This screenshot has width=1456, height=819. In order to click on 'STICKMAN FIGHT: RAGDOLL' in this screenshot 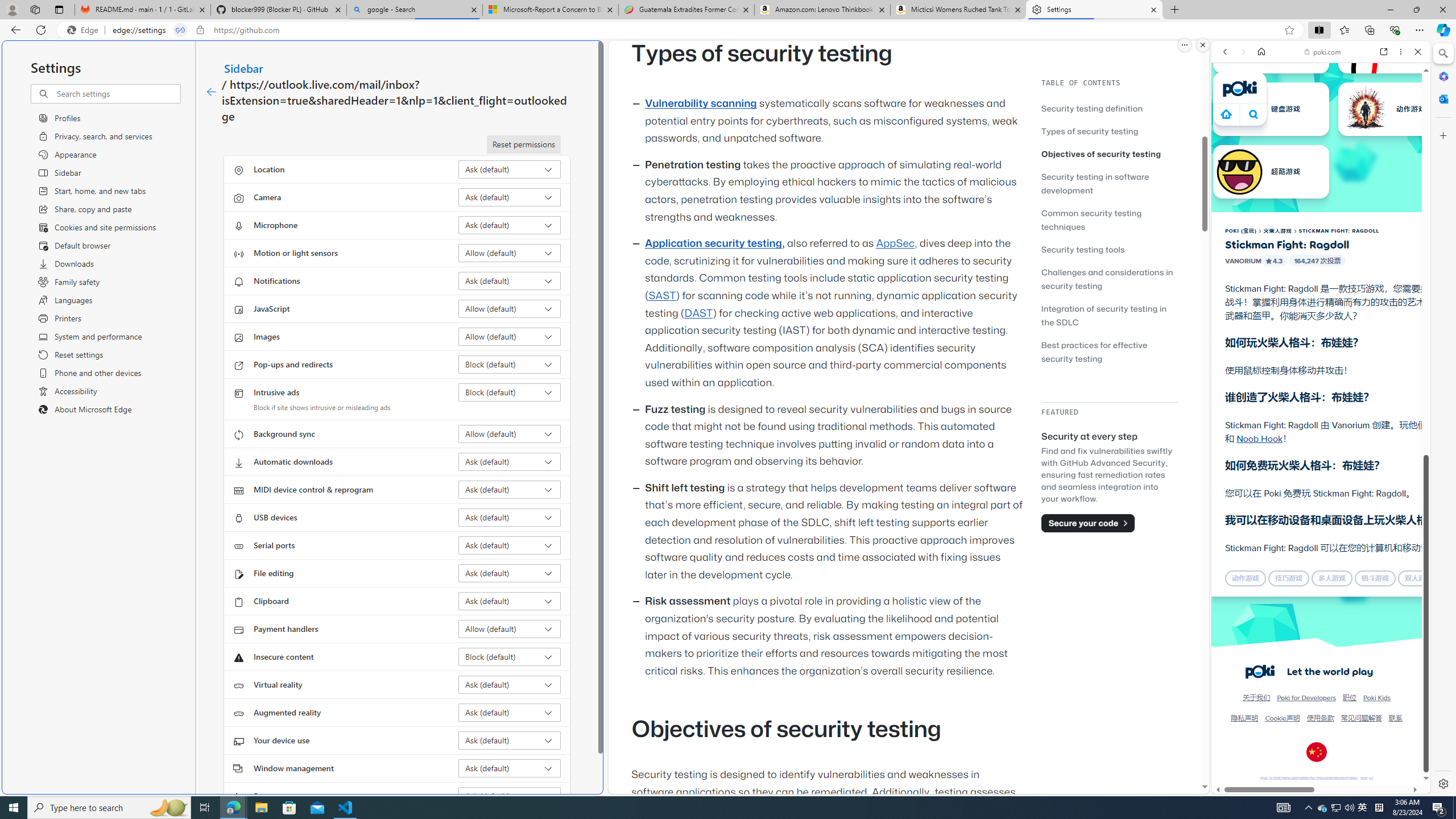, I will do `click(1339, 230)`.